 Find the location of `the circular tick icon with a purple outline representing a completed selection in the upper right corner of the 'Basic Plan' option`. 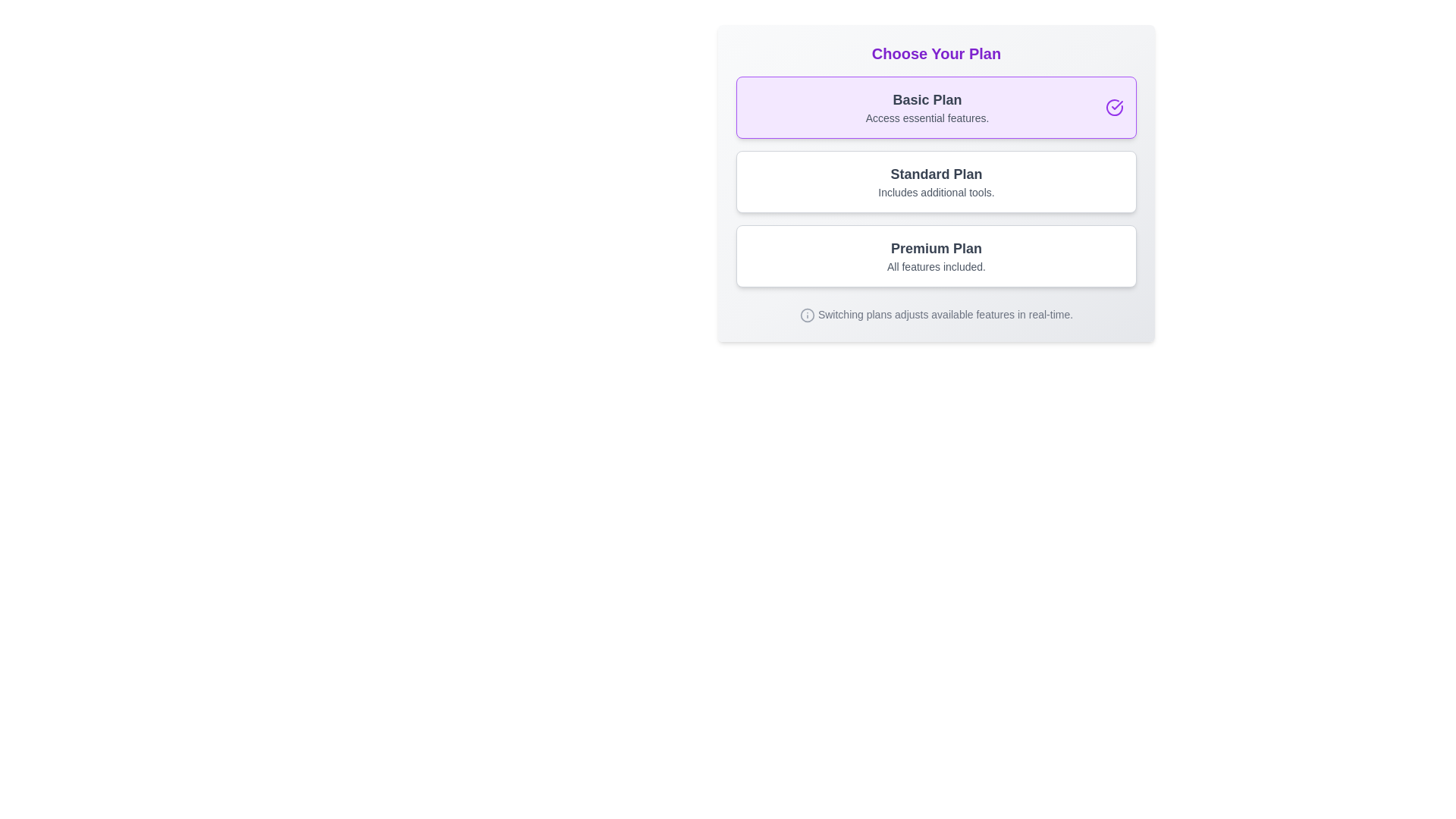

the circular tick icon with a purple outline representing a completed selection in the upper right corner of the 'Basic Plan' option is located at coordinates (1114, 107).